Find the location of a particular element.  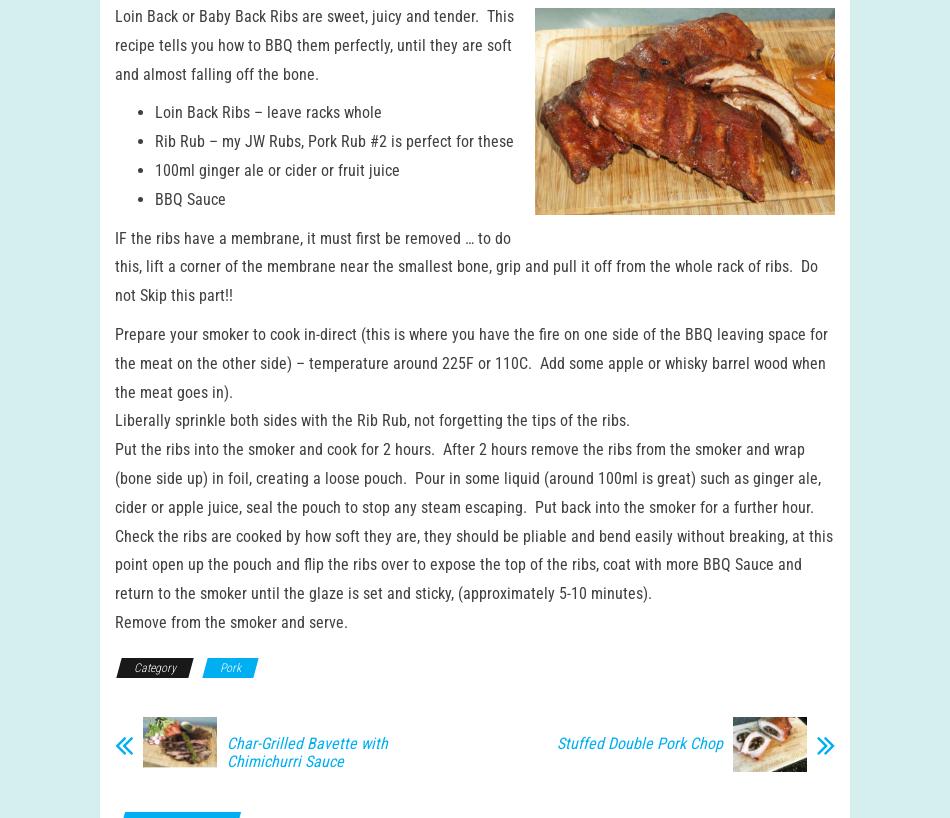

'!!' is located at coordinates (229, 313).